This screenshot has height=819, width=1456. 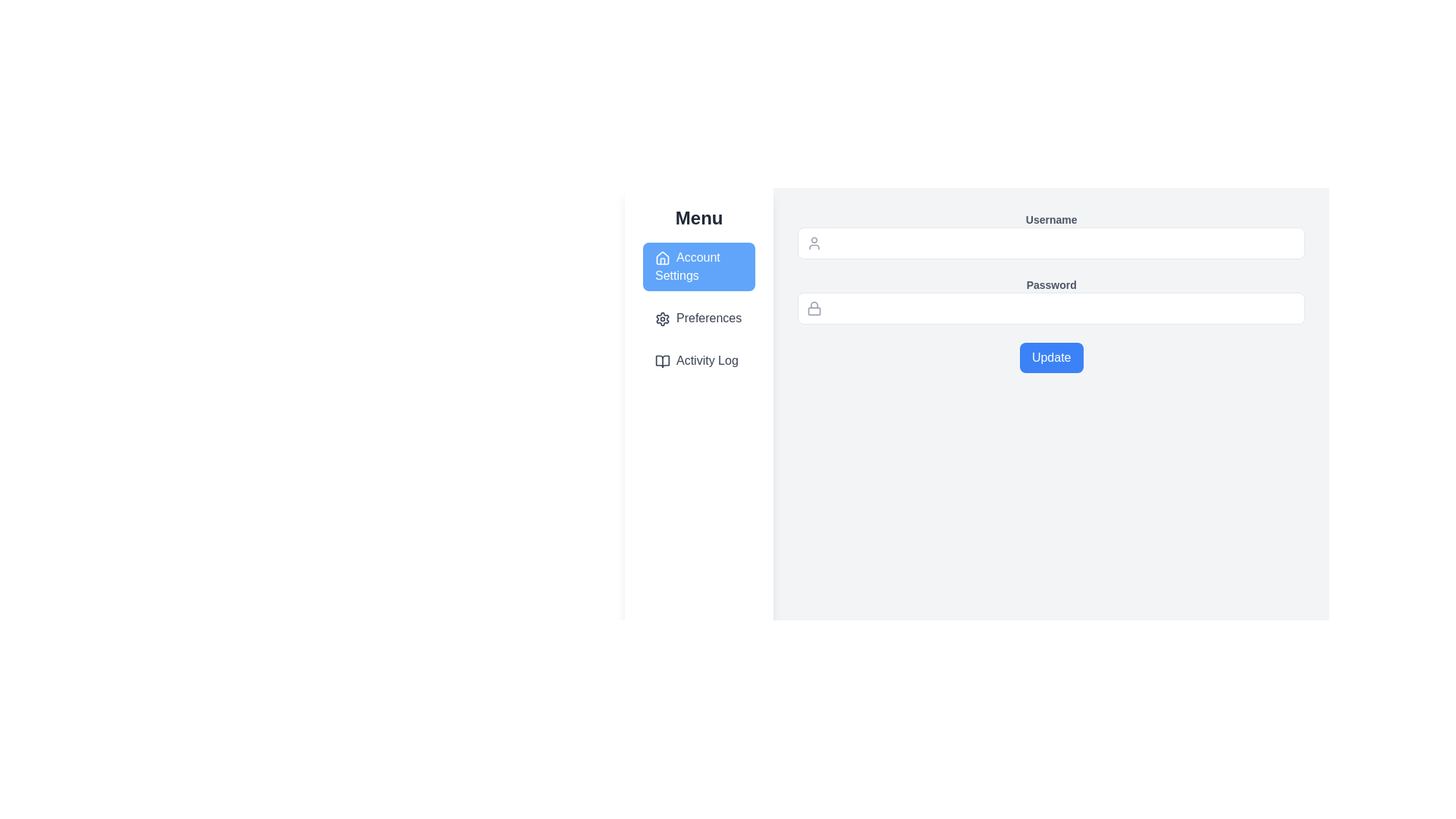 I want to click on the icon representing the 'username' input field, which is located slightly to the left of the text entry area for user credentials, so click(x=814, y=242).